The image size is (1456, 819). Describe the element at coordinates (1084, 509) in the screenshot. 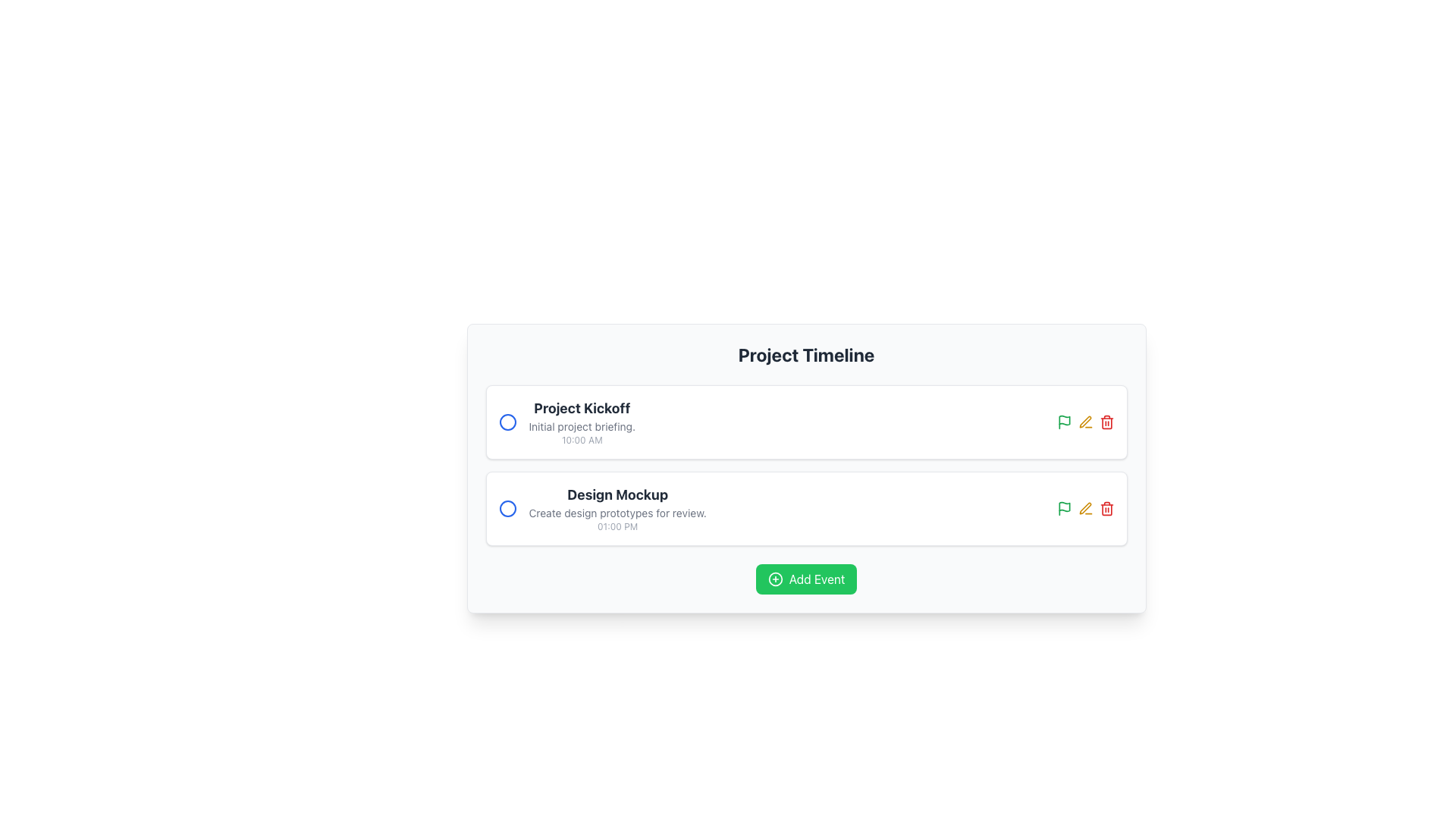

I see `the edit icon button, which is the third icon on the rightmost side of the interaction tools for the second list item in the timeline, to initiate the edit action` at that location.